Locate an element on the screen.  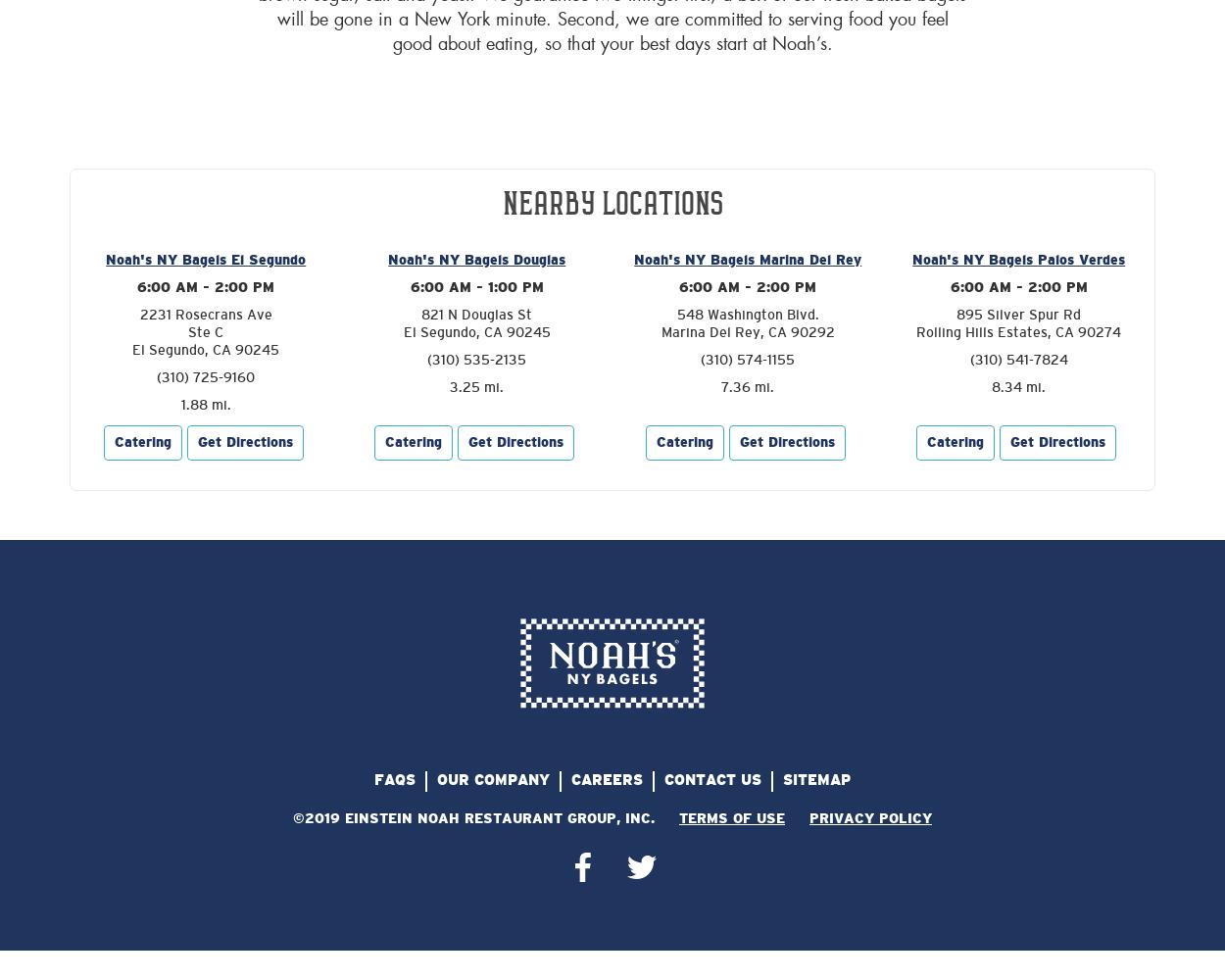
'90292' is located at coordinates (810, 331).